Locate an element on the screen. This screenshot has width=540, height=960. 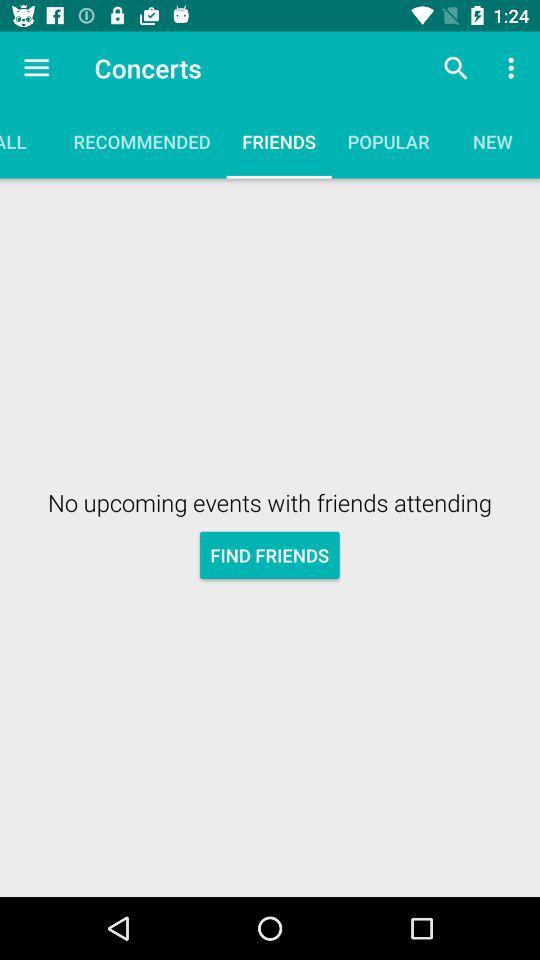
the icon below no upcoming events item is located at coordinates (269, 555).